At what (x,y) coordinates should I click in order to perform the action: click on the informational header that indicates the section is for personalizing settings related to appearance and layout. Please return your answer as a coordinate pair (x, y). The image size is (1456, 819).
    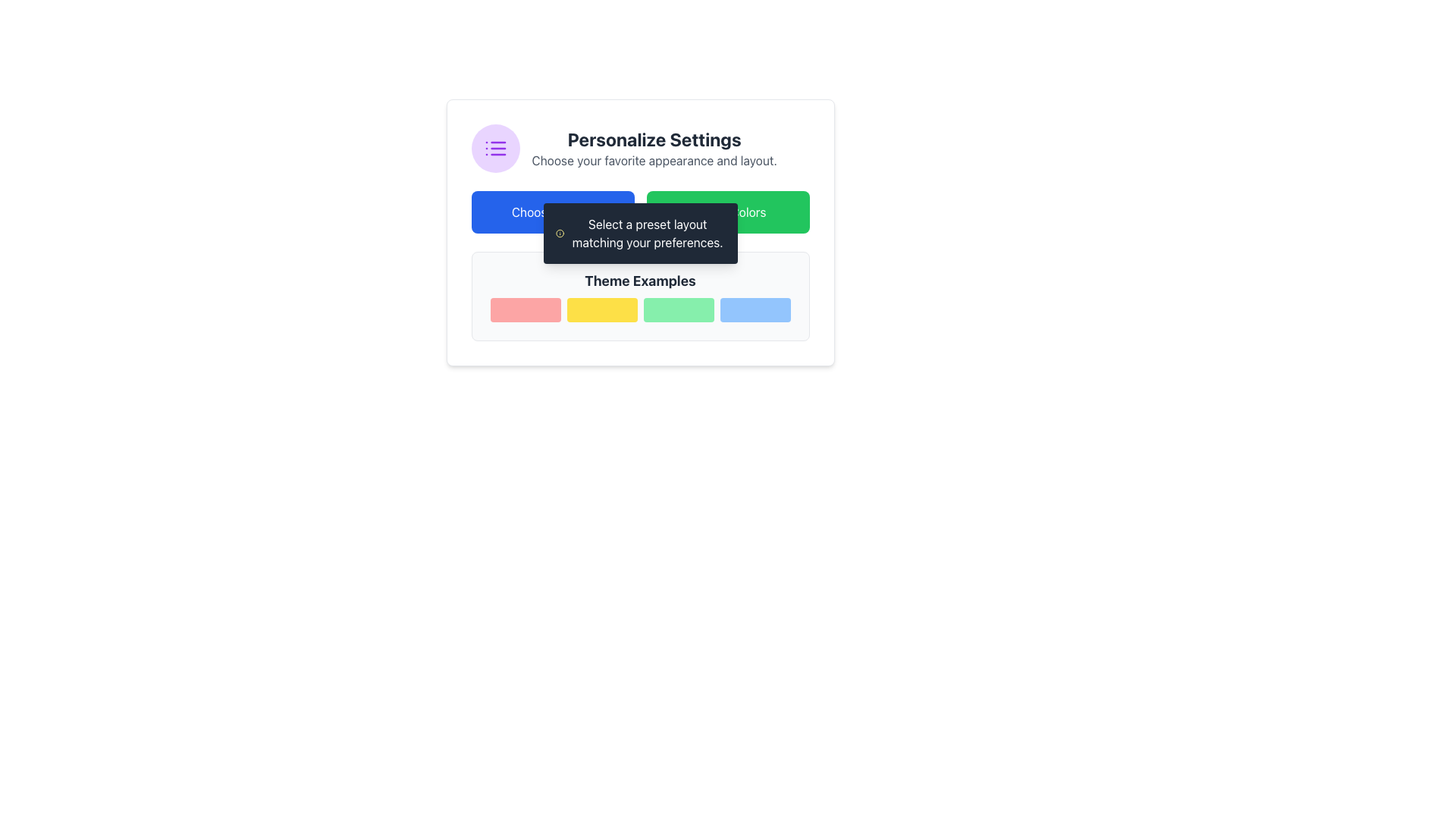
    Looking at the image, I should click on (640, 149).